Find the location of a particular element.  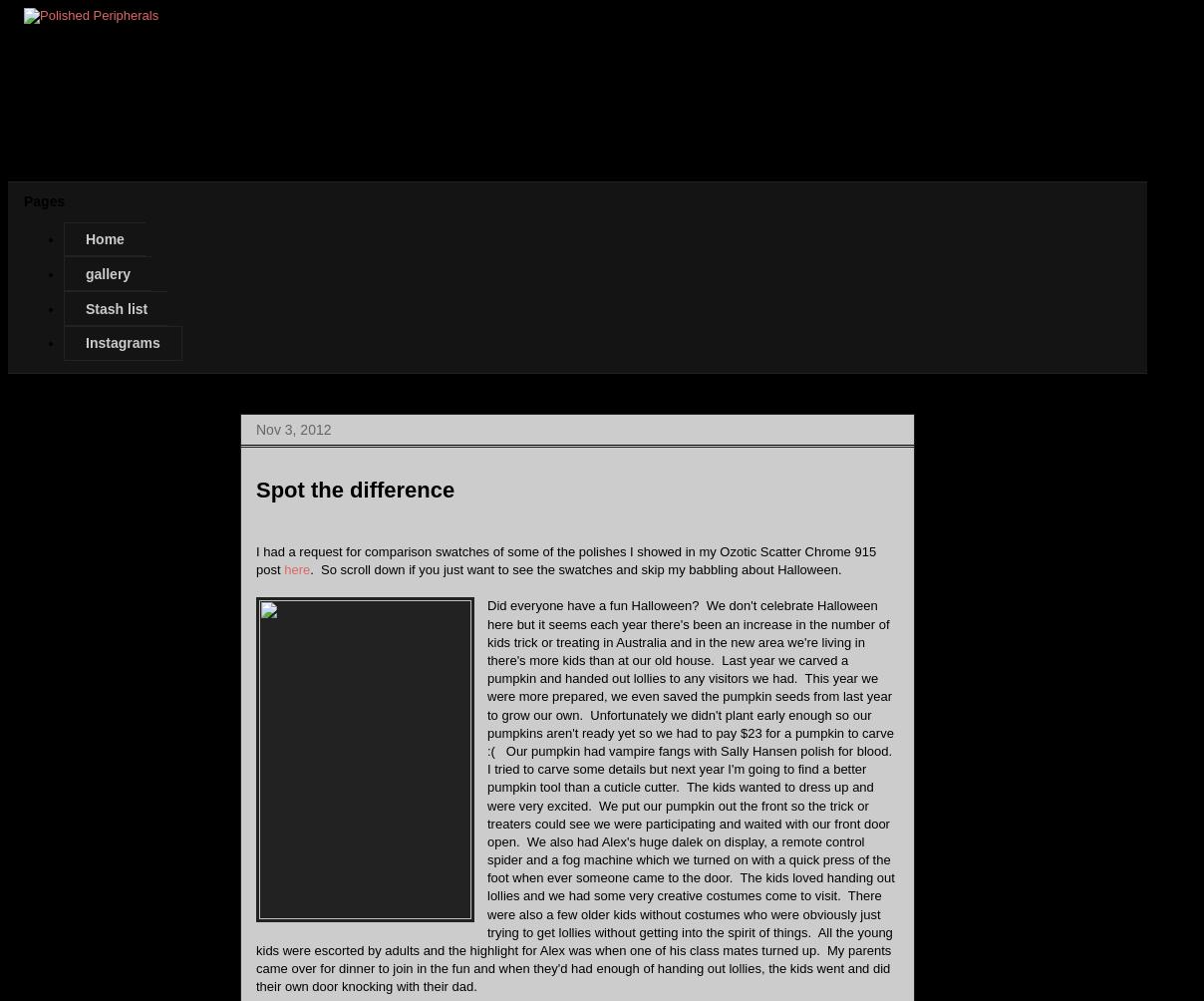

'Instagrams' is located at coordinates (121, 342).